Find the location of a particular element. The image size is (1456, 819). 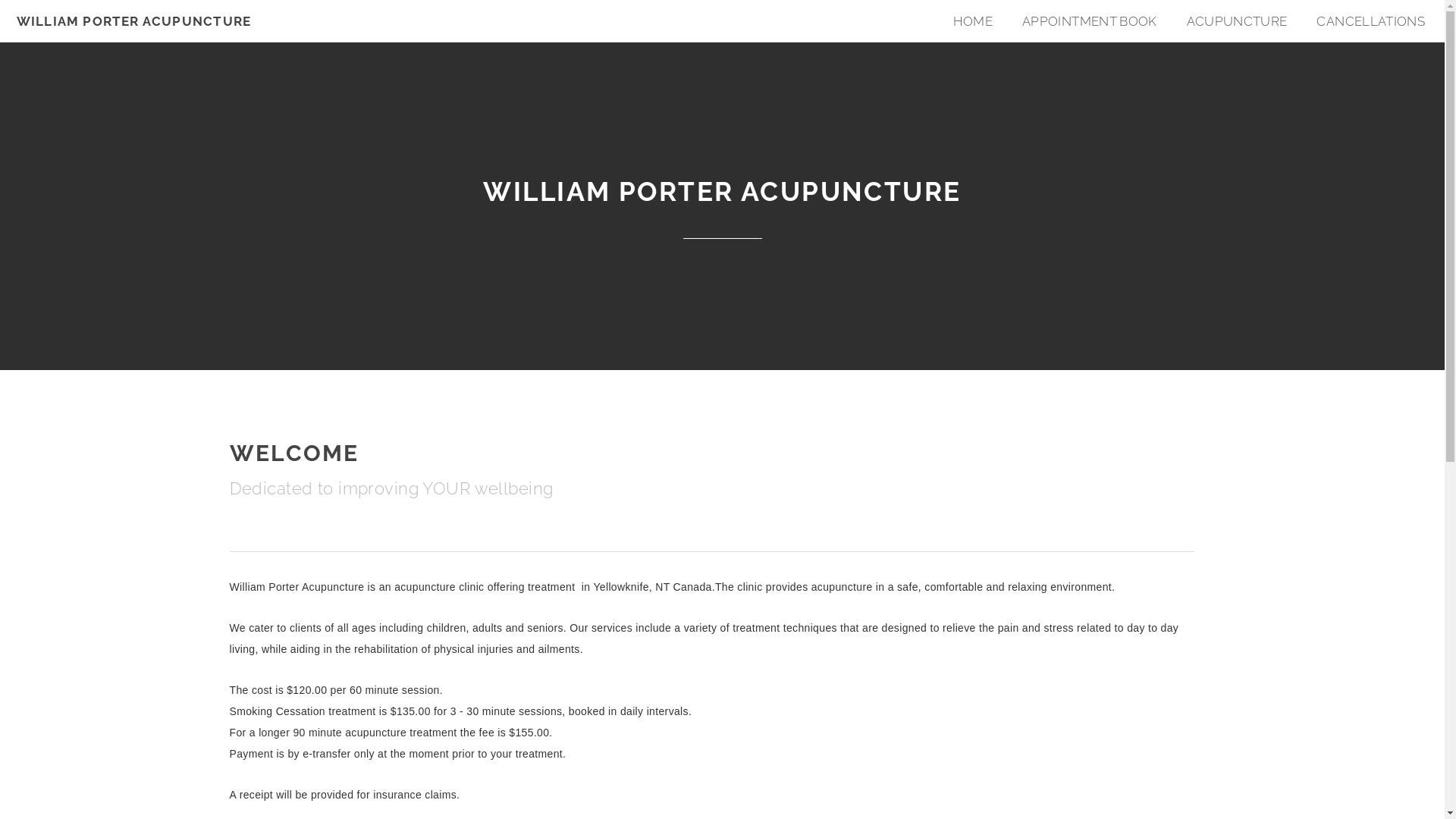

'WILLIAM PORTER ACUPUNCTURE' is located at coordinates (134, 20).